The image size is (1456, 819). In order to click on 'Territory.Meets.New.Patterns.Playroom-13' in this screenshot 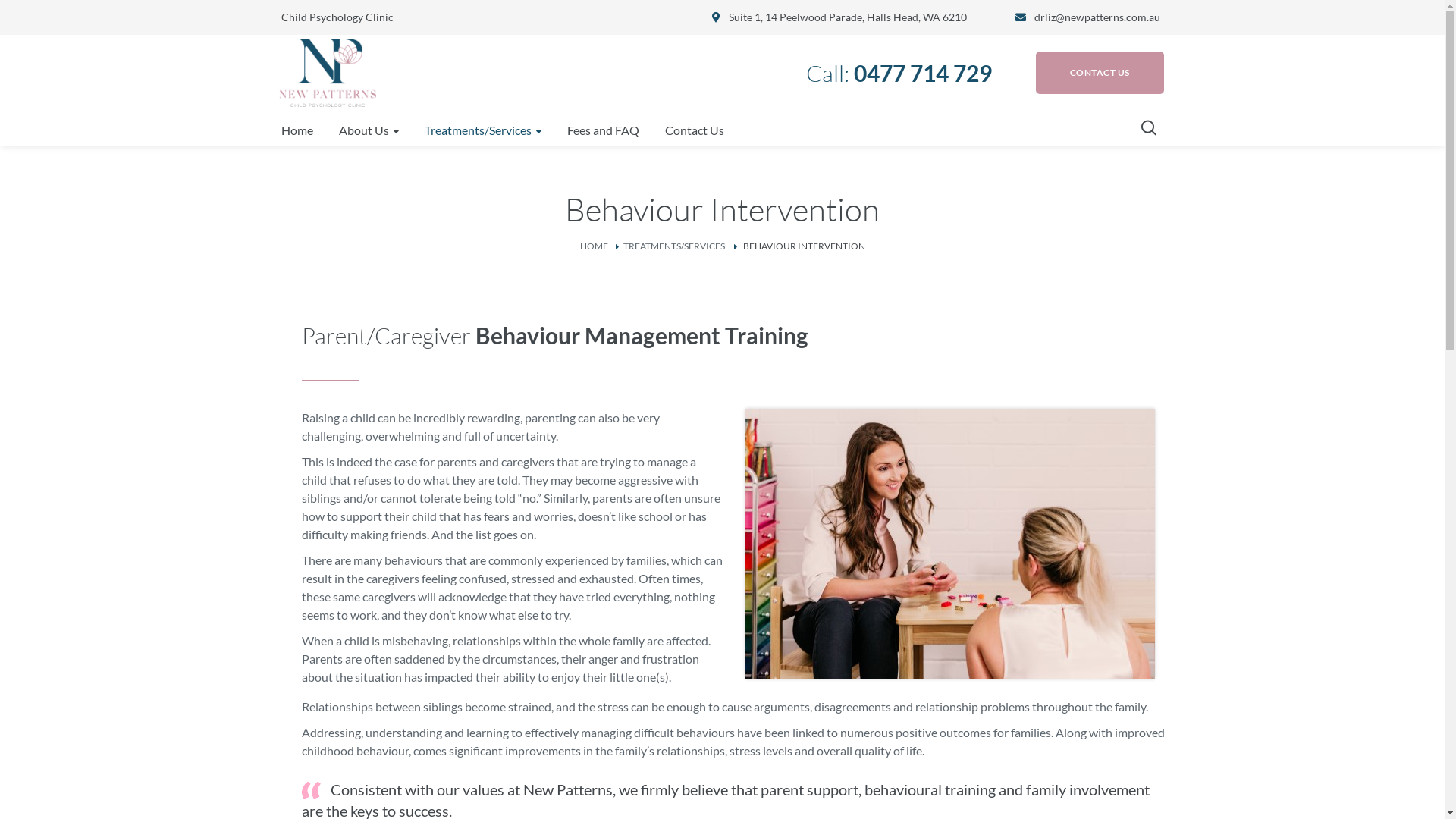, I will do `click(949, 543)`.